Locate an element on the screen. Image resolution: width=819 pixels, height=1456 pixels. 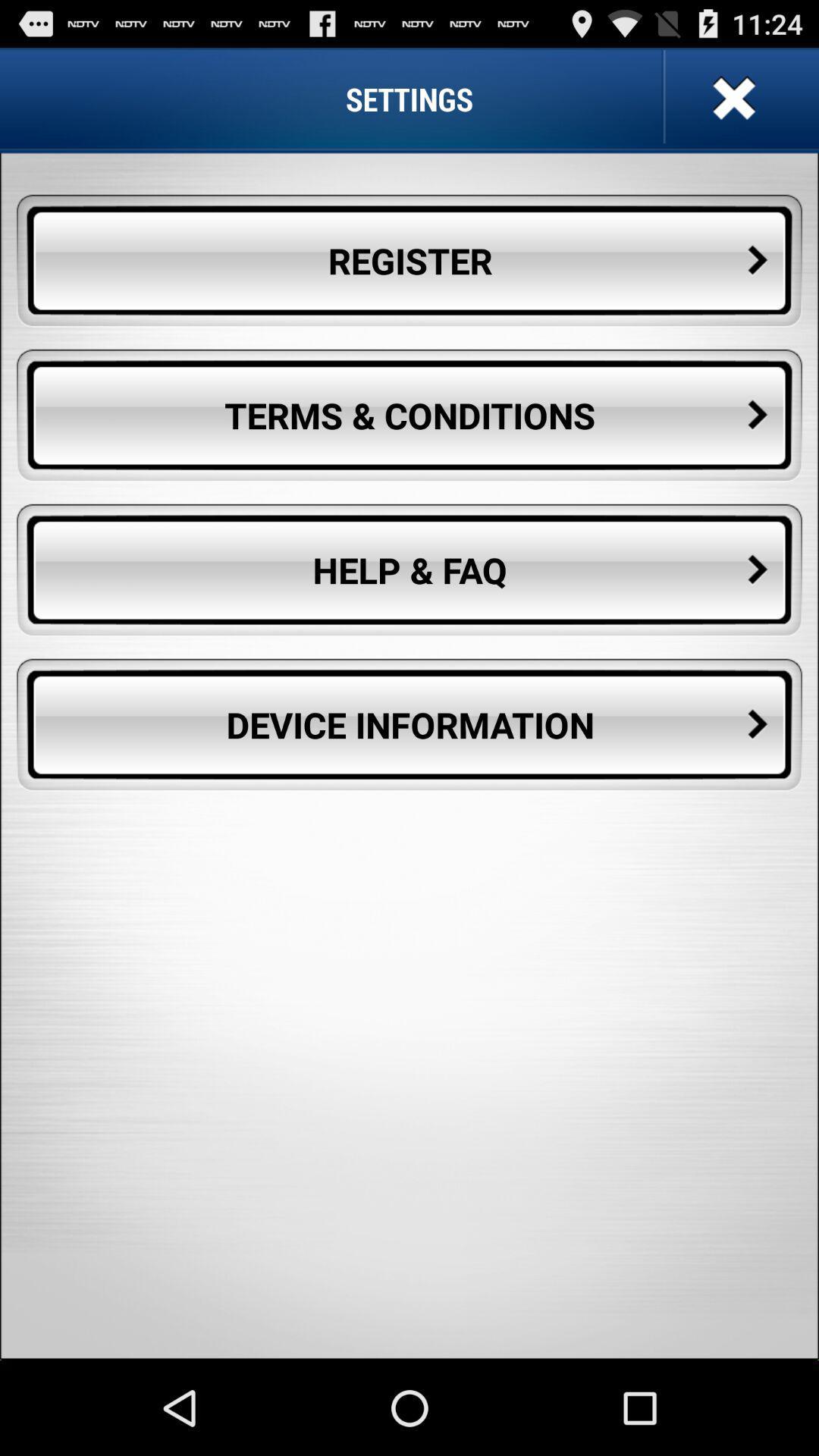
the terms & conditions is located at coordinates (409, 416).